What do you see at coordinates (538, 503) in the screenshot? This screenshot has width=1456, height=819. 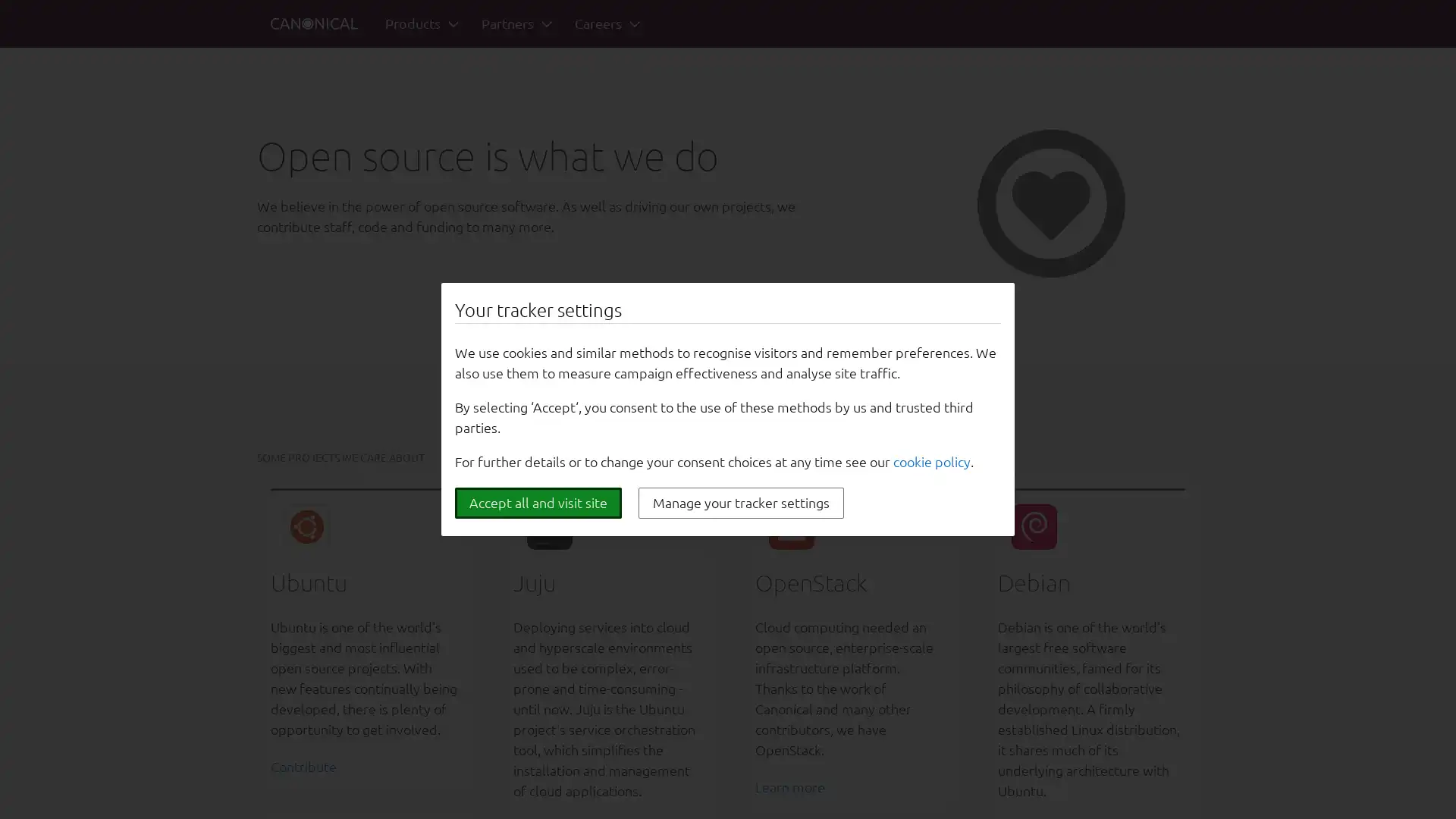 I see `Accept all and visit site` at bounding box center [538, 503].